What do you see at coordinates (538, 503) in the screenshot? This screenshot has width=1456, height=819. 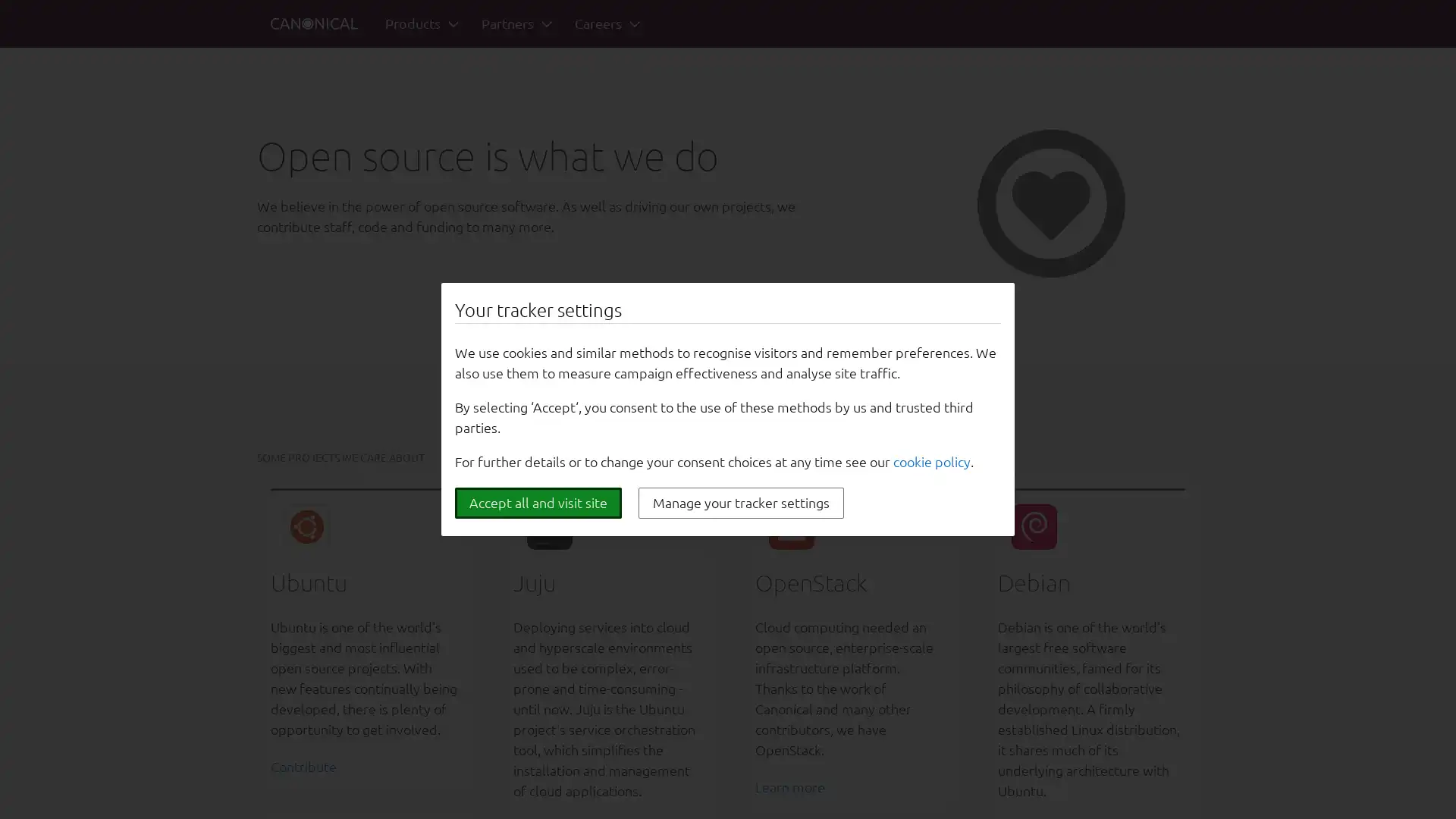 I see `Accept all and visit site` at bounding box center [538, 503].